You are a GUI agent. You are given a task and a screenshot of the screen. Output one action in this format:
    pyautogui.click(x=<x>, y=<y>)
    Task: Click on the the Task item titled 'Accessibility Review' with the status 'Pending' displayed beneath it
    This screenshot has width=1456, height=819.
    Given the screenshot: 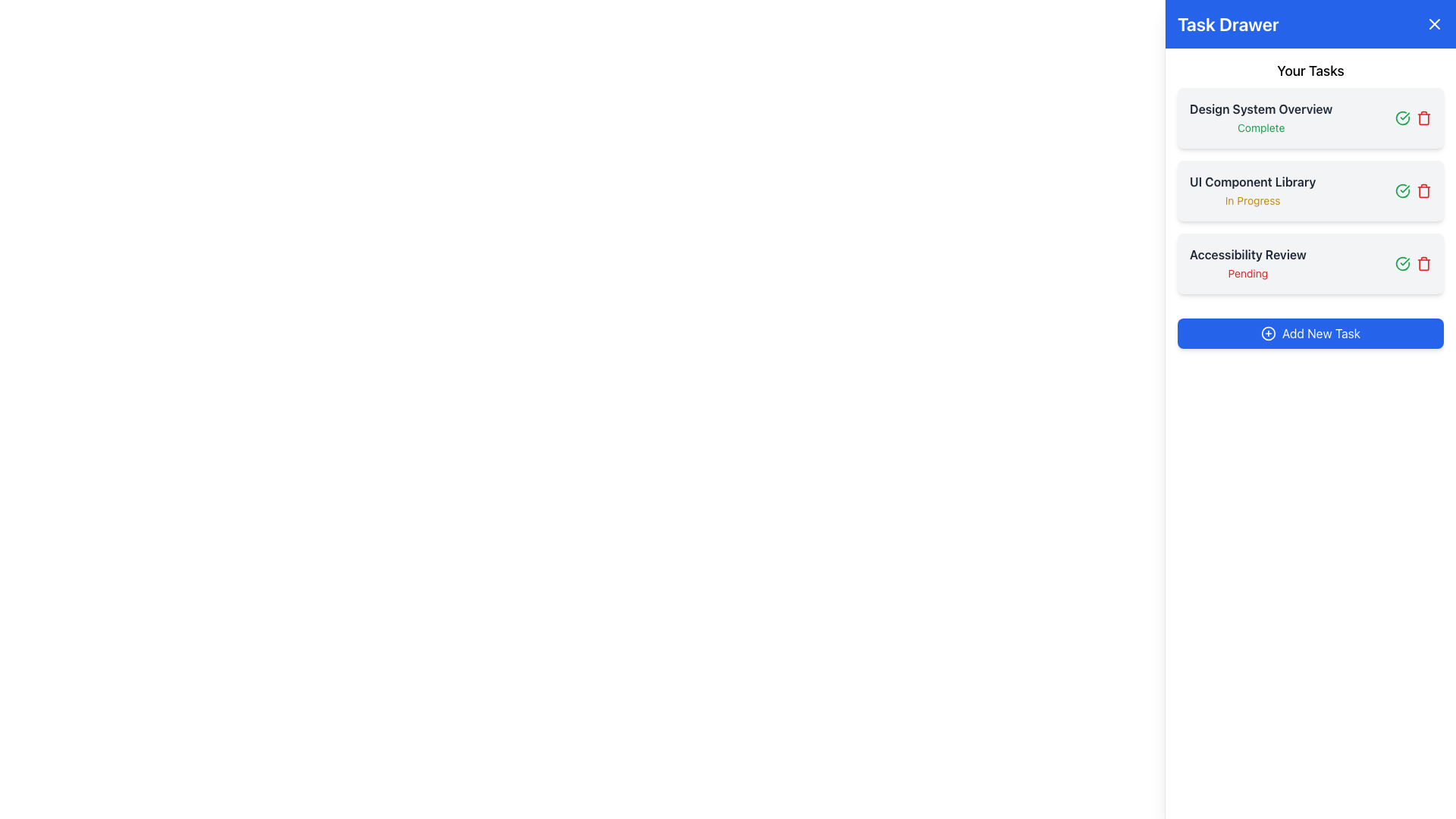 What is the action you would take?
    pyautogui.click(x=1247, y=262)
    